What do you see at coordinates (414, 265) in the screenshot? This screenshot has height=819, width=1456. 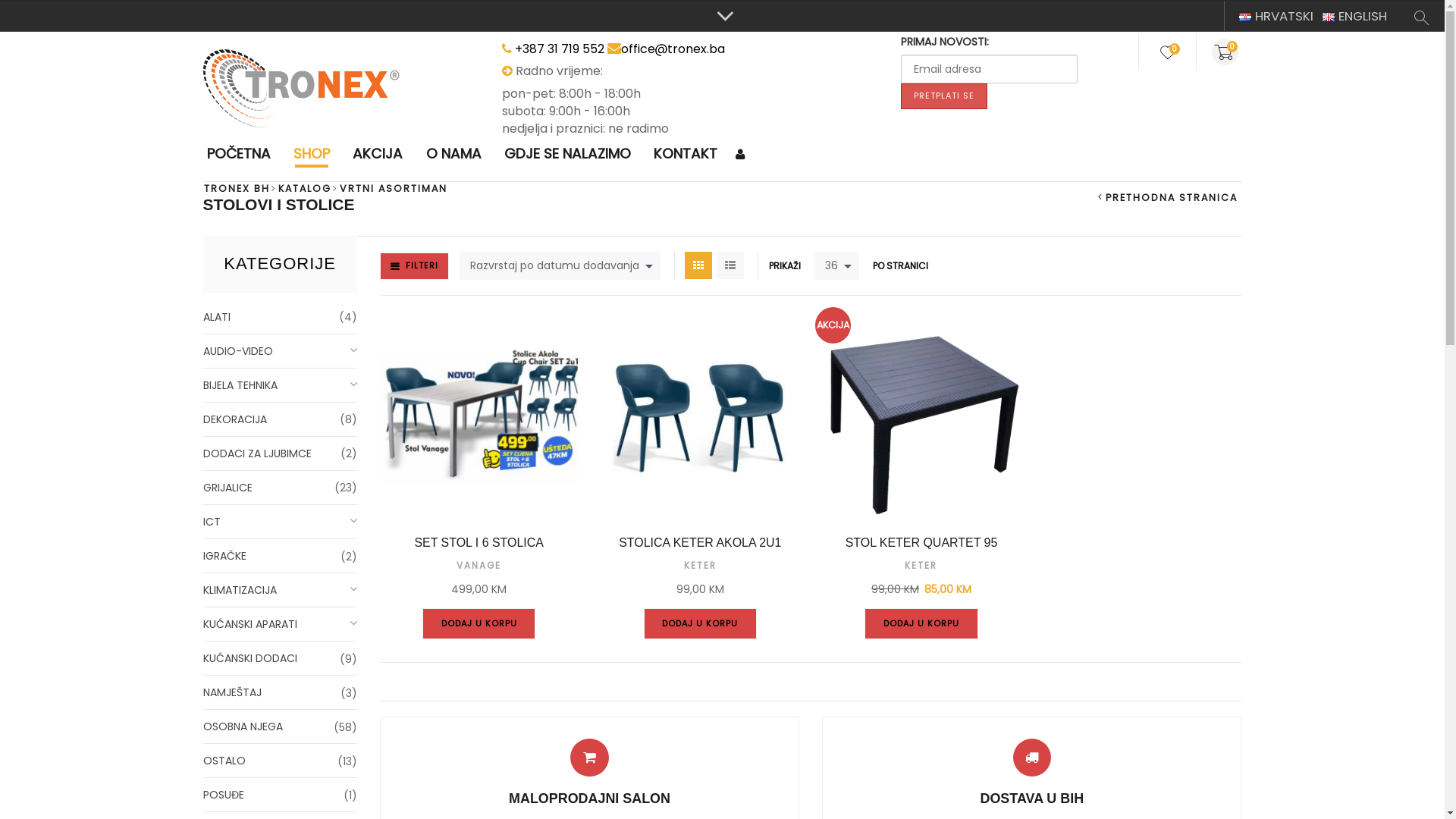 I see `'FILTERI'` at bounding box center [414, 265].